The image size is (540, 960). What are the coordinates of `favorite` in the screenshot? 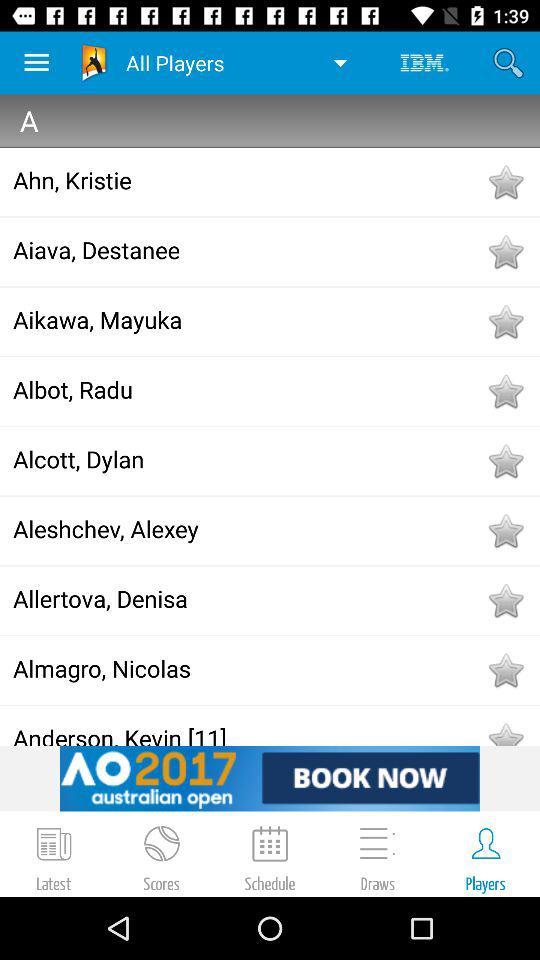 It's located at (504, 529).